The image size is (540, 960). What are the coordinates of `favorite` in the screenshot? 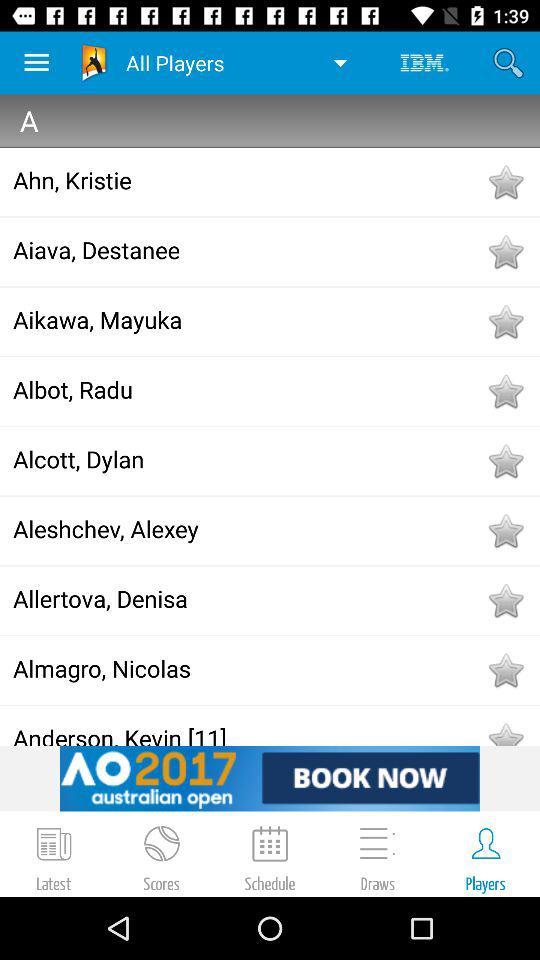 It's located at (504, 529).